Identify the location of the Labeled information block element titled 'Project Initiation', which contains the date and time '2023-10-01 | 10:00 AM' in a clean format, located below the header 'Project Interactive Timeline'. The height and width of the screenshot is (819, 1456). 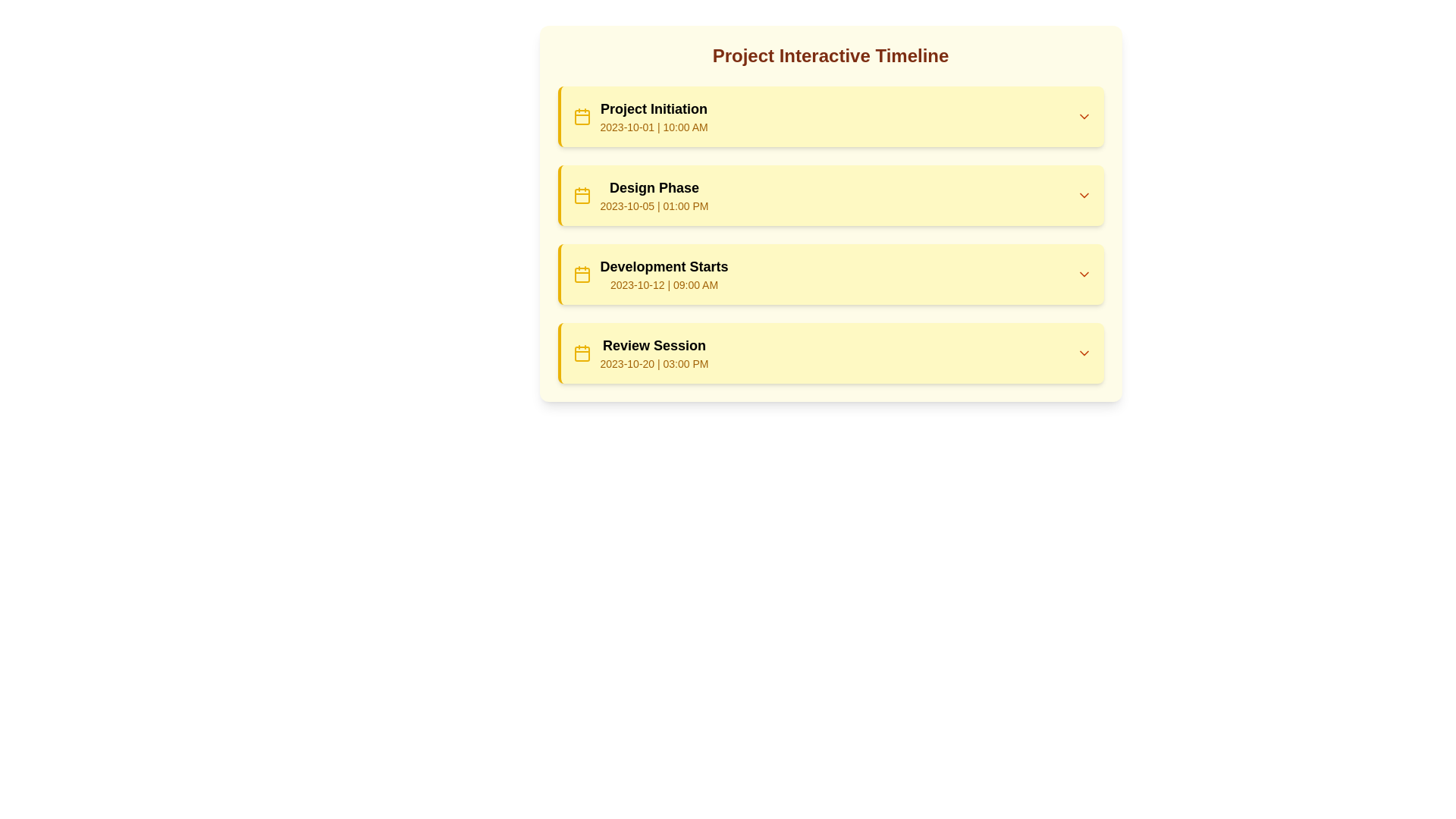
(654, 116).